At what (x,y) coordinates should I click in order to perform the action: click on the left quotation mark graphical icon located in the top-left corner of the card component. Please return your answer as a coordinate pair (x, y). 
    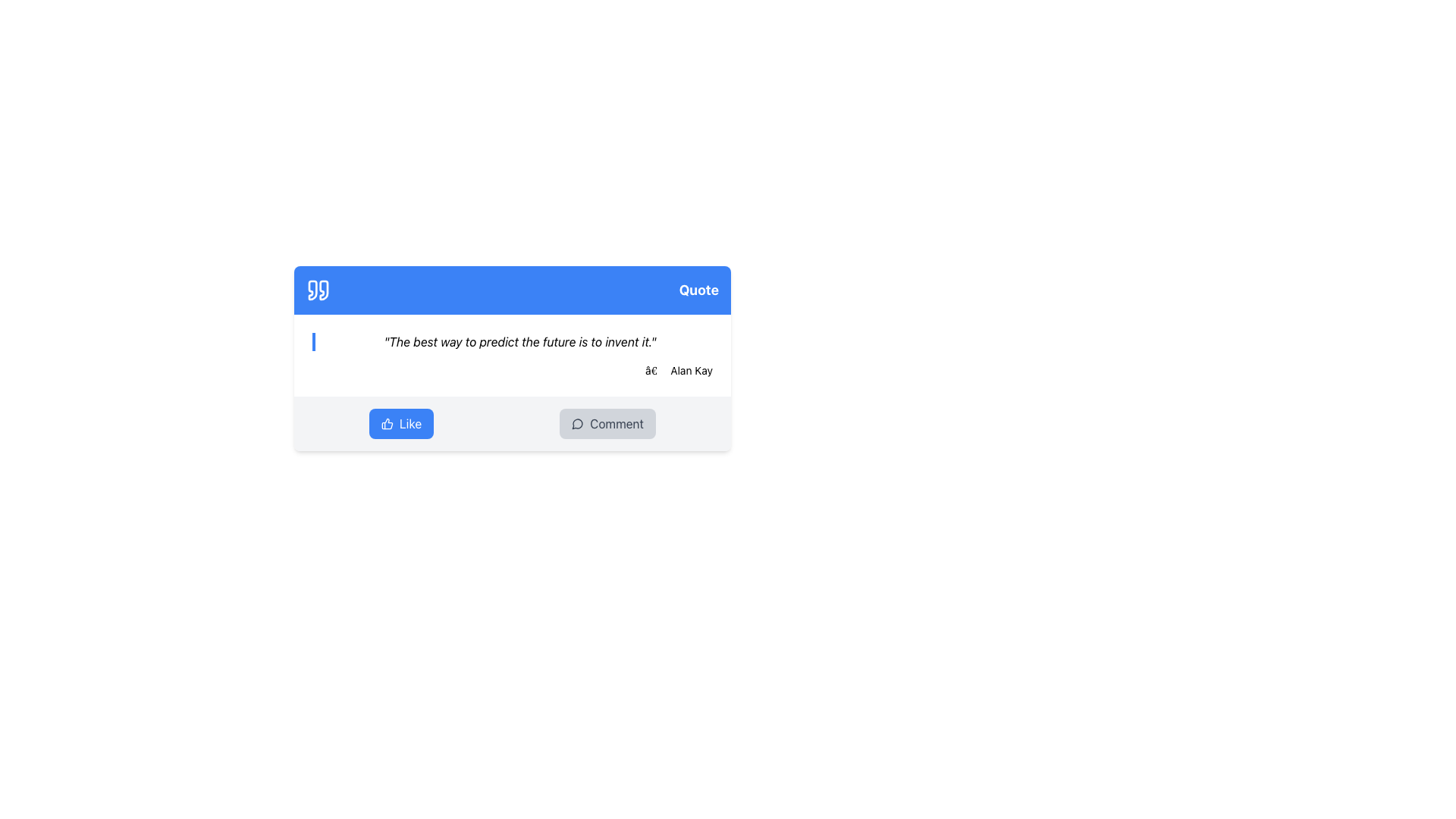
    Looking at the image, I should click on (312, 290).